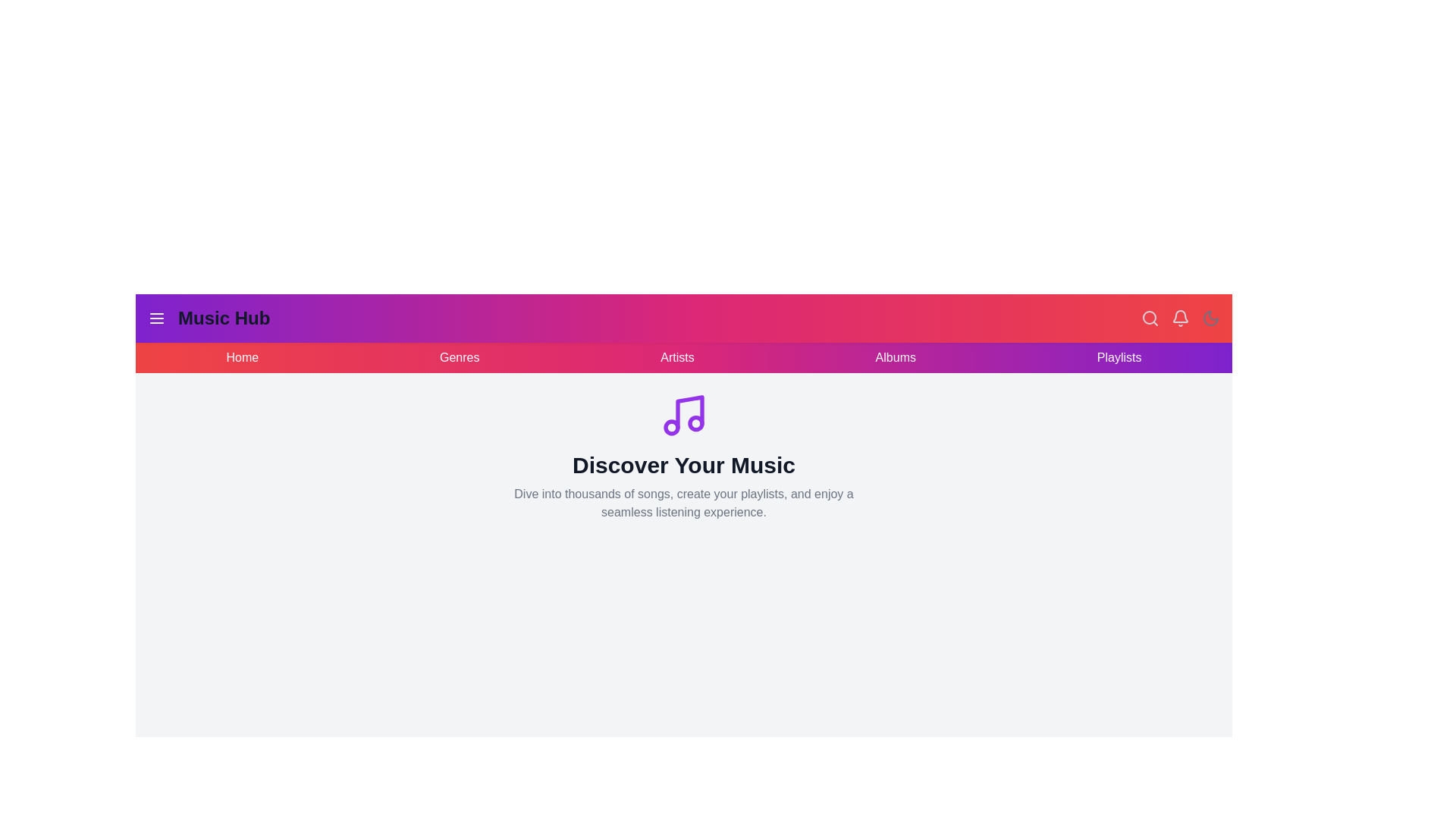 The image size is (1456, 819). What do you see at coordinates (1179, 318) in the screenshot?
I see `the notification bell icon to interact with it` at bounding box center [1179, 318].